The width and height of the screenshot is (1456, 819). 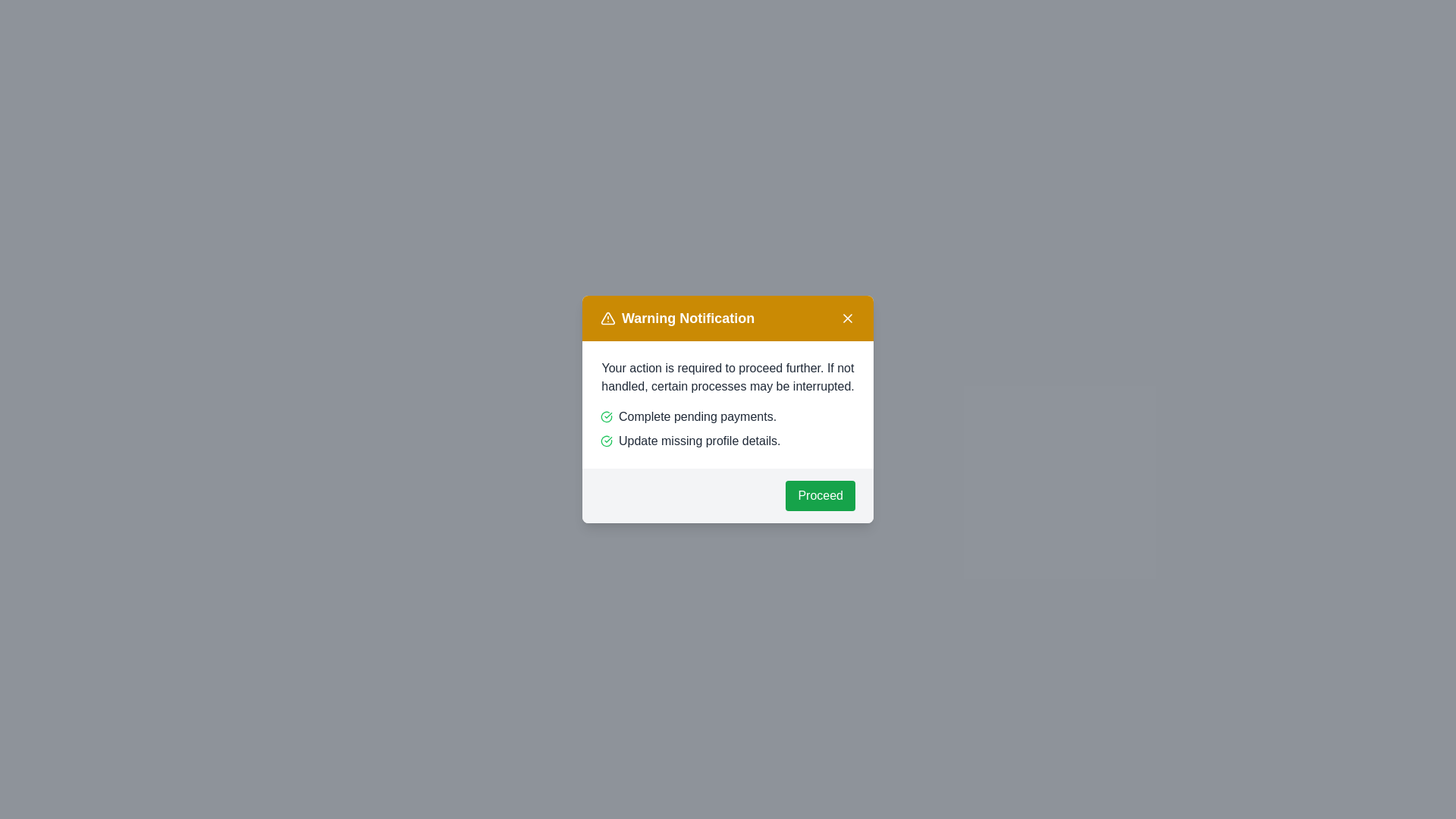 What do you see at coordinates (607, 417) in the screenshot?
I see `the circular green icon with a checkmark located beside the text 'Complete pending payments.'` at bounding box center [607, 417].